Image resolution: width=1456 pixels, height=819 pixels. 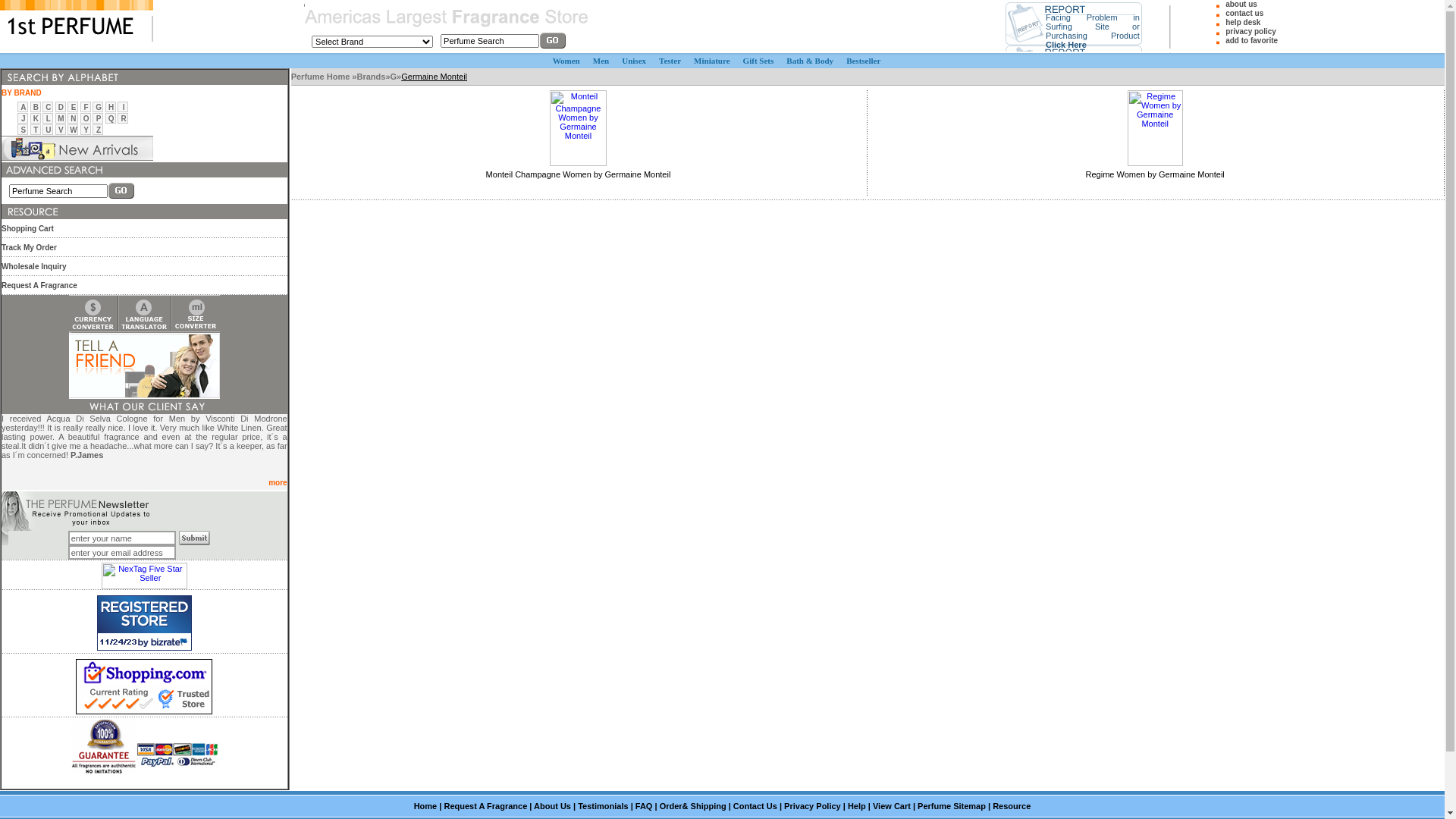 What do you see at coordinates (371, 76) in the screenshot?
I see `'Brands'` at bounding box center [371, 76].